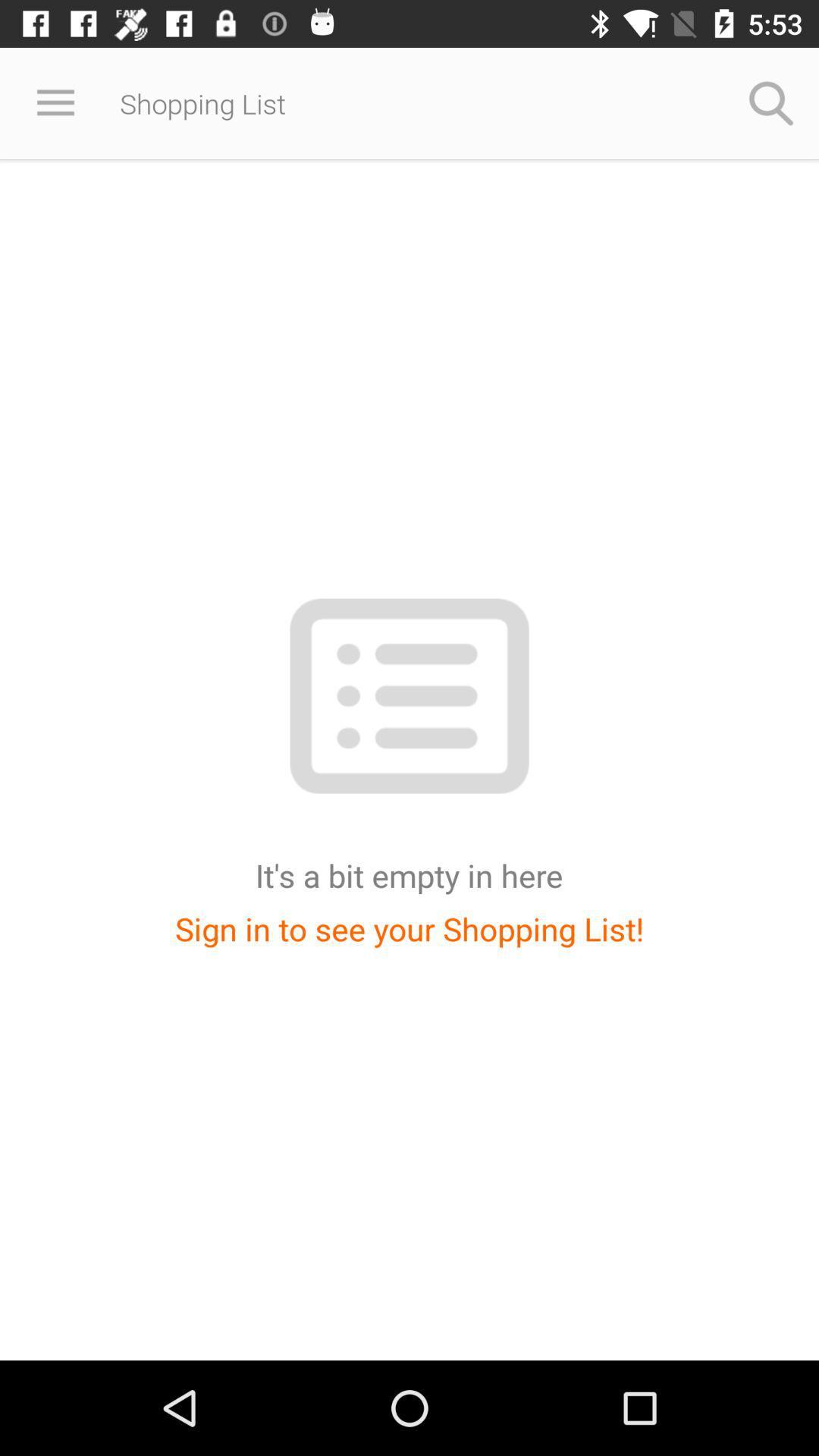 Image resolution: width=819 pixels, height=1456 pixels. Describe the element at coordinates (771, 102) in the screenshot. I see `icon at the top right corner` at that location.